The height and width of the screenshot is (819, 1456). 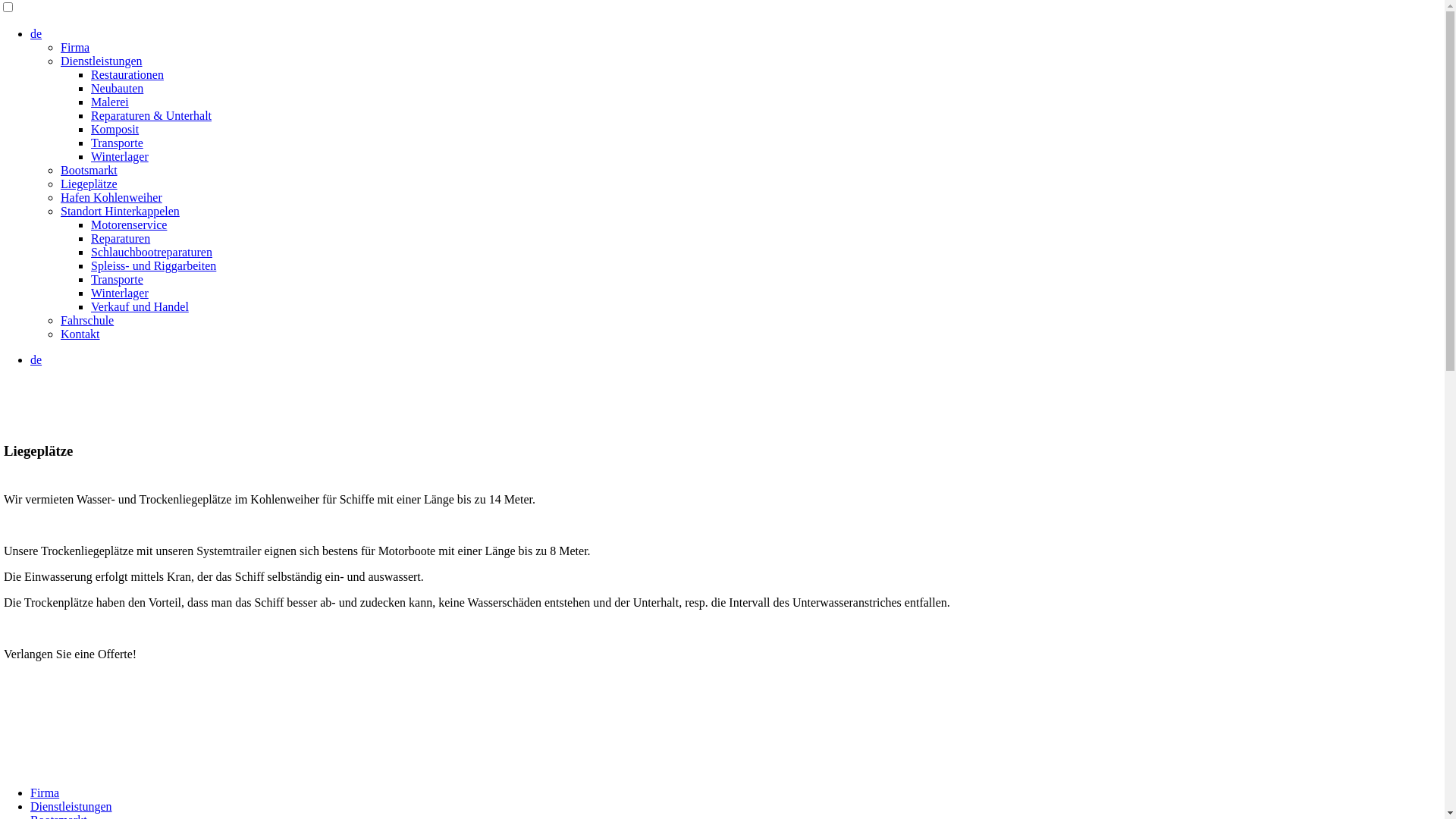 I want to click on 'Reparaturen & Unterhalt', so click(x=151, y=115).